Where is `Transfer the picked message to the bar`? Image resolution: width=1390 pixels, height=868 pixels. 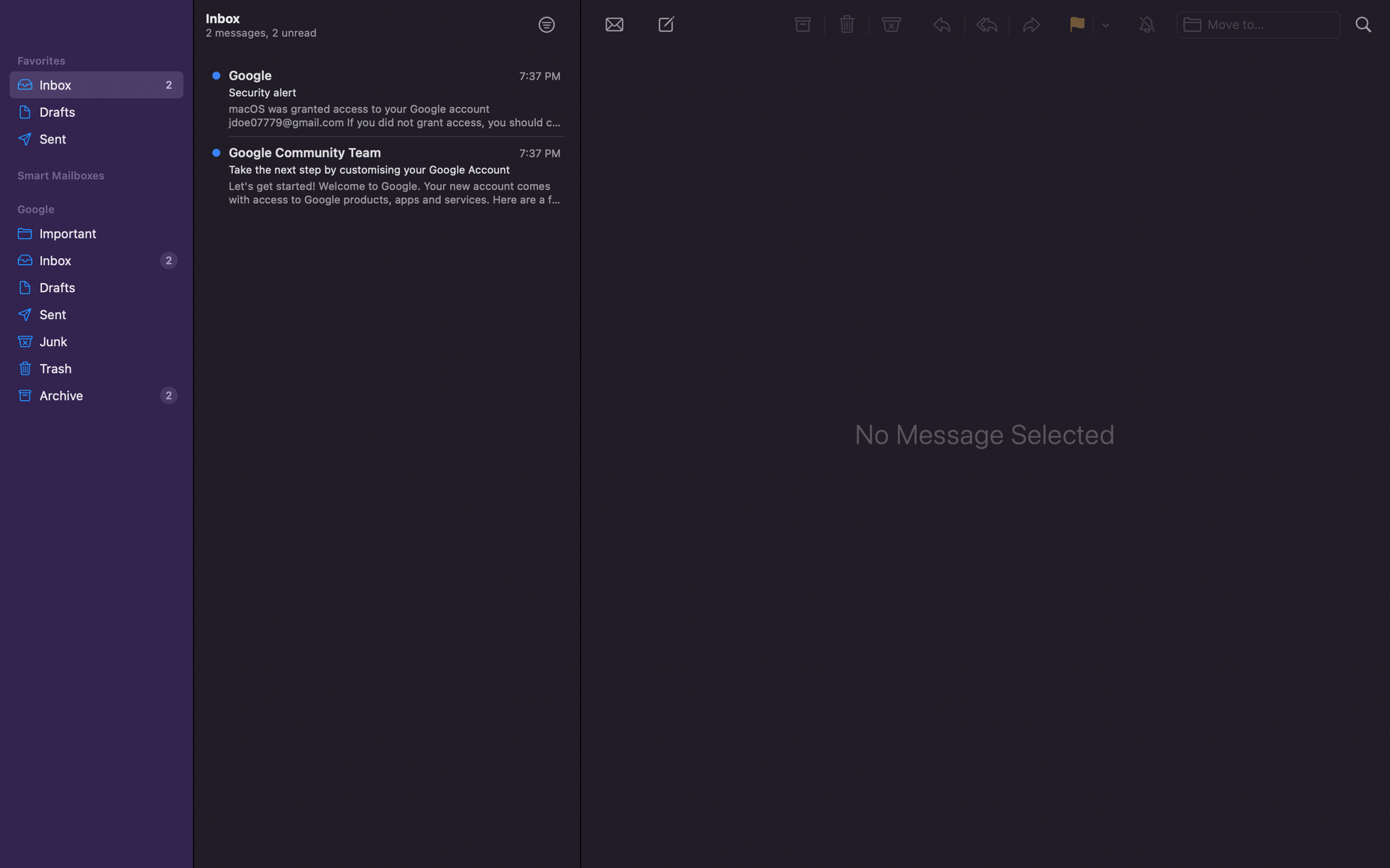 Transfer the picked message to the bar is located at coordinates (1260, 22).